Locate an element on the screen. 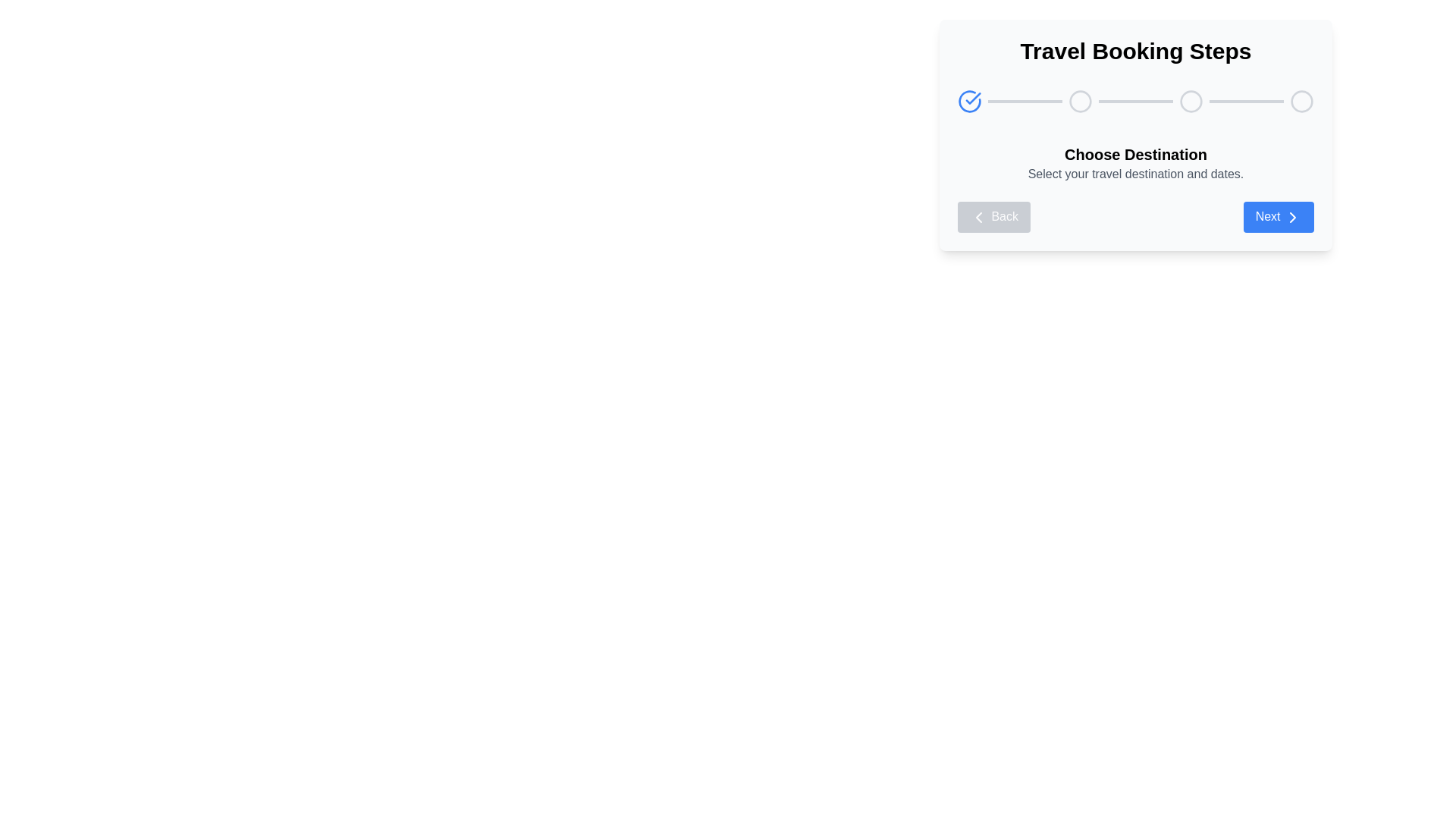  the second circular step indicator in the step progression bar, which visually signifies a step in a sequence or process is located at coordinates (1190, 102).